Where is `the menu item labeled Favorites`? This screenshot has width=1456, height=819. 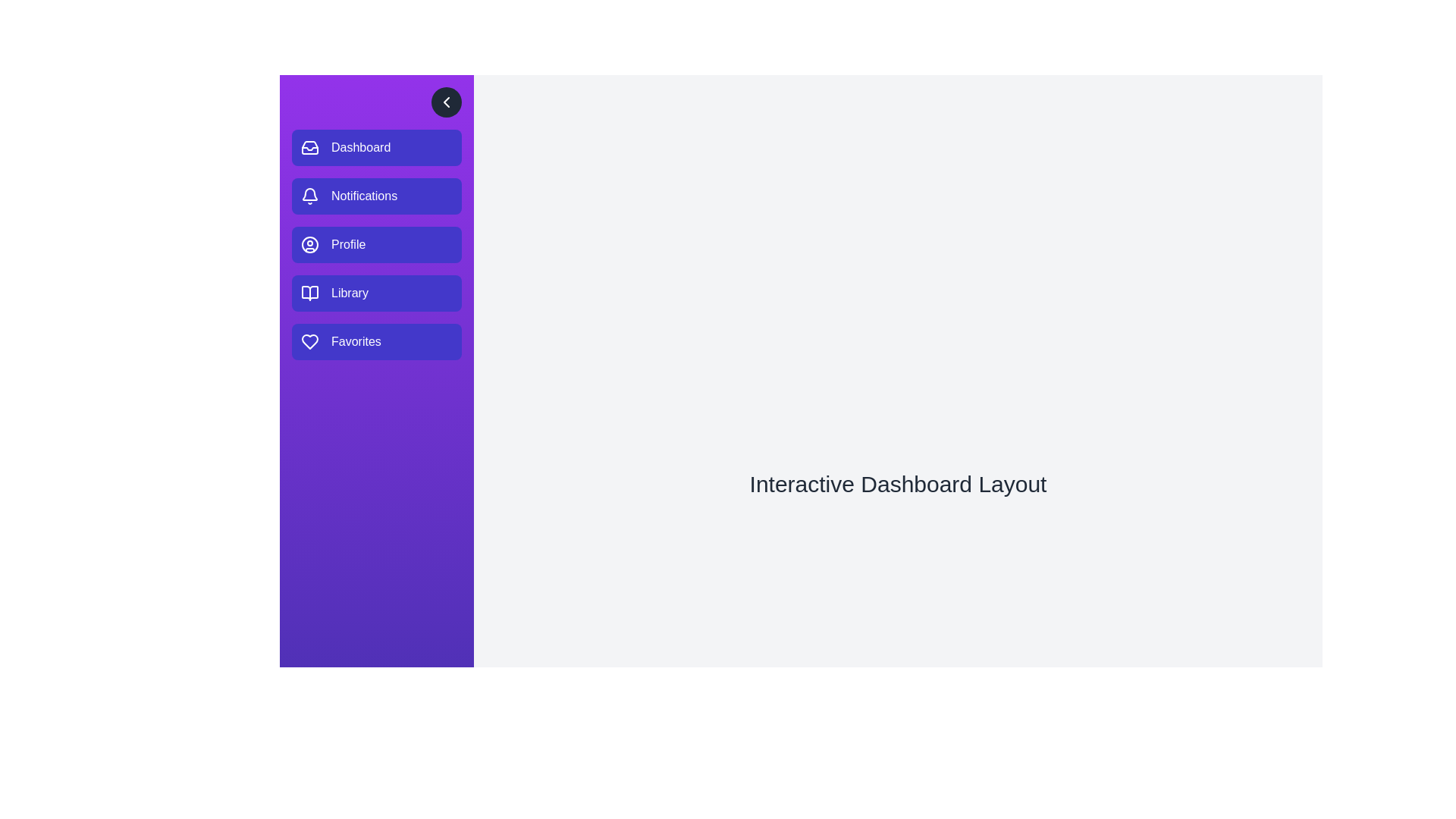
the menu item labeled Favorites is located at coordinates (377, 342).